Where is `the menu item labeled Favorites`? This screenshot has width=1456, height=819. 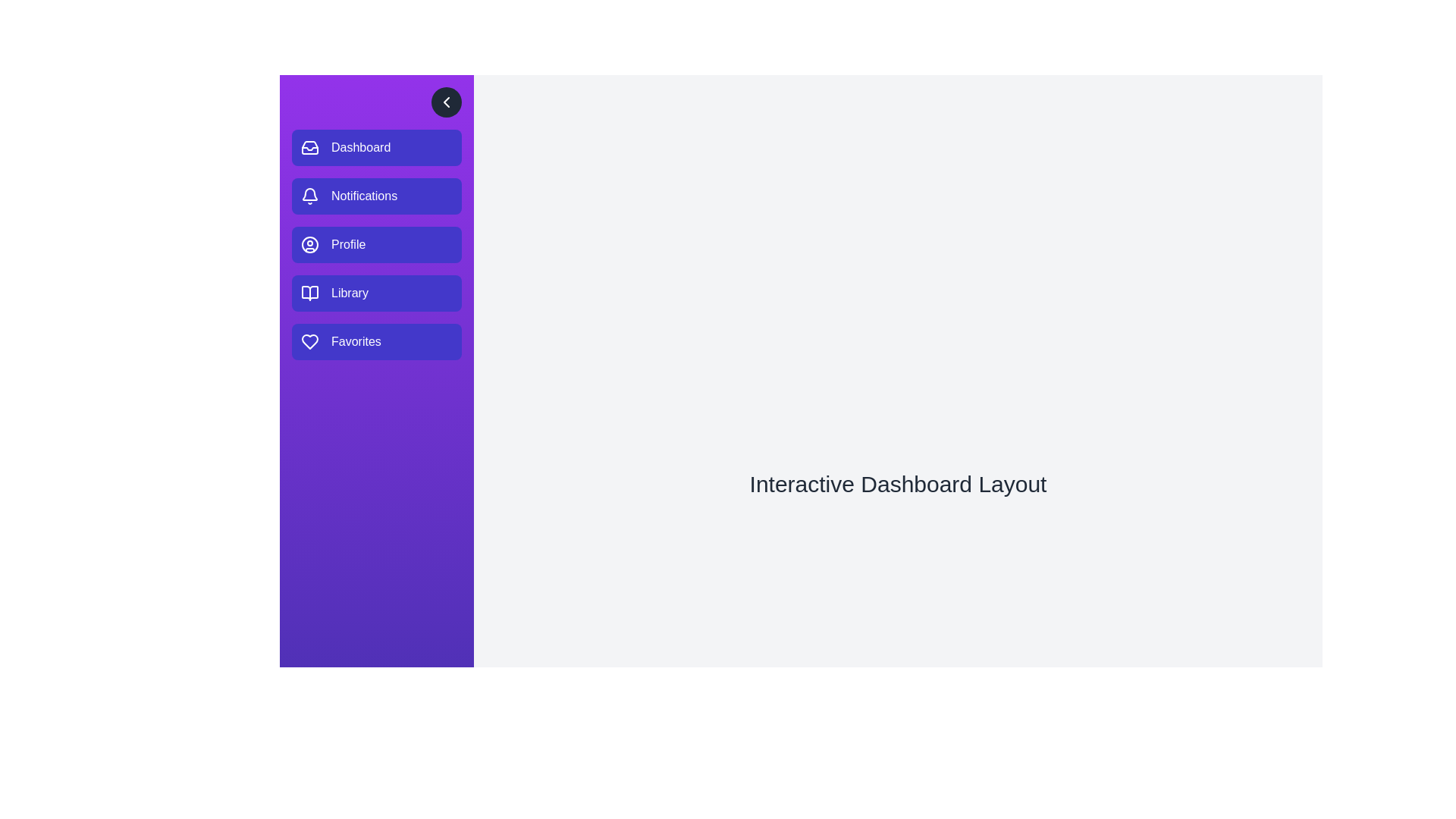
the menu item labeled Favorites is located at coordinates (377, 342).